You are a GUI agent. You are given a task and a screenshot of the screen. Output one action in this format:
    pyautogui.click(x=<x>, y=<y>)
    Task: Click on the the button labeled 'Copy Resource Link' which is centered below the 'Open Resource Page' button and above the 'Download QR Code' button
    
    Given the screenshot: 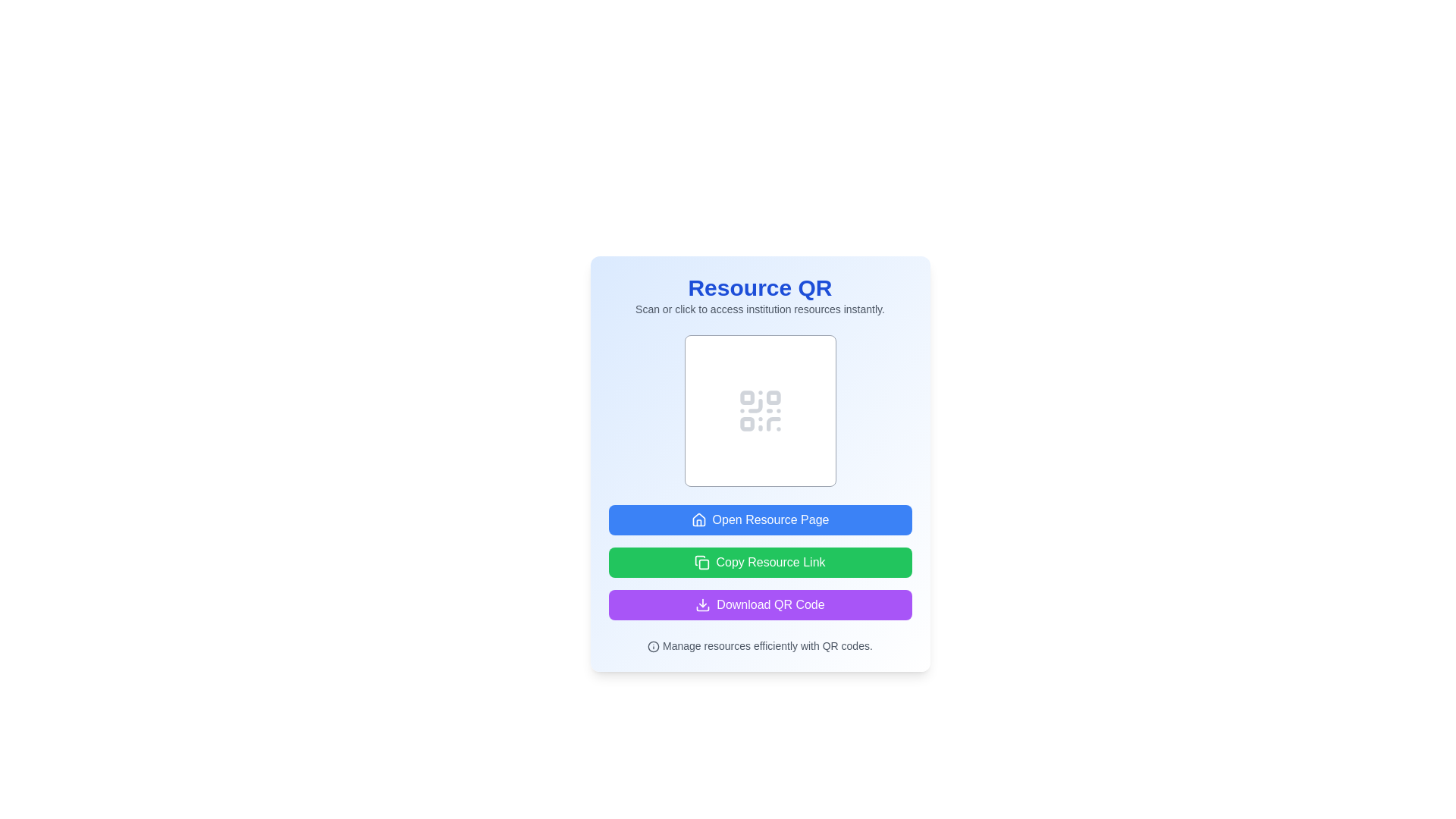 What is the action you would take?
    pyautogui.click(x=770, y=562)
    